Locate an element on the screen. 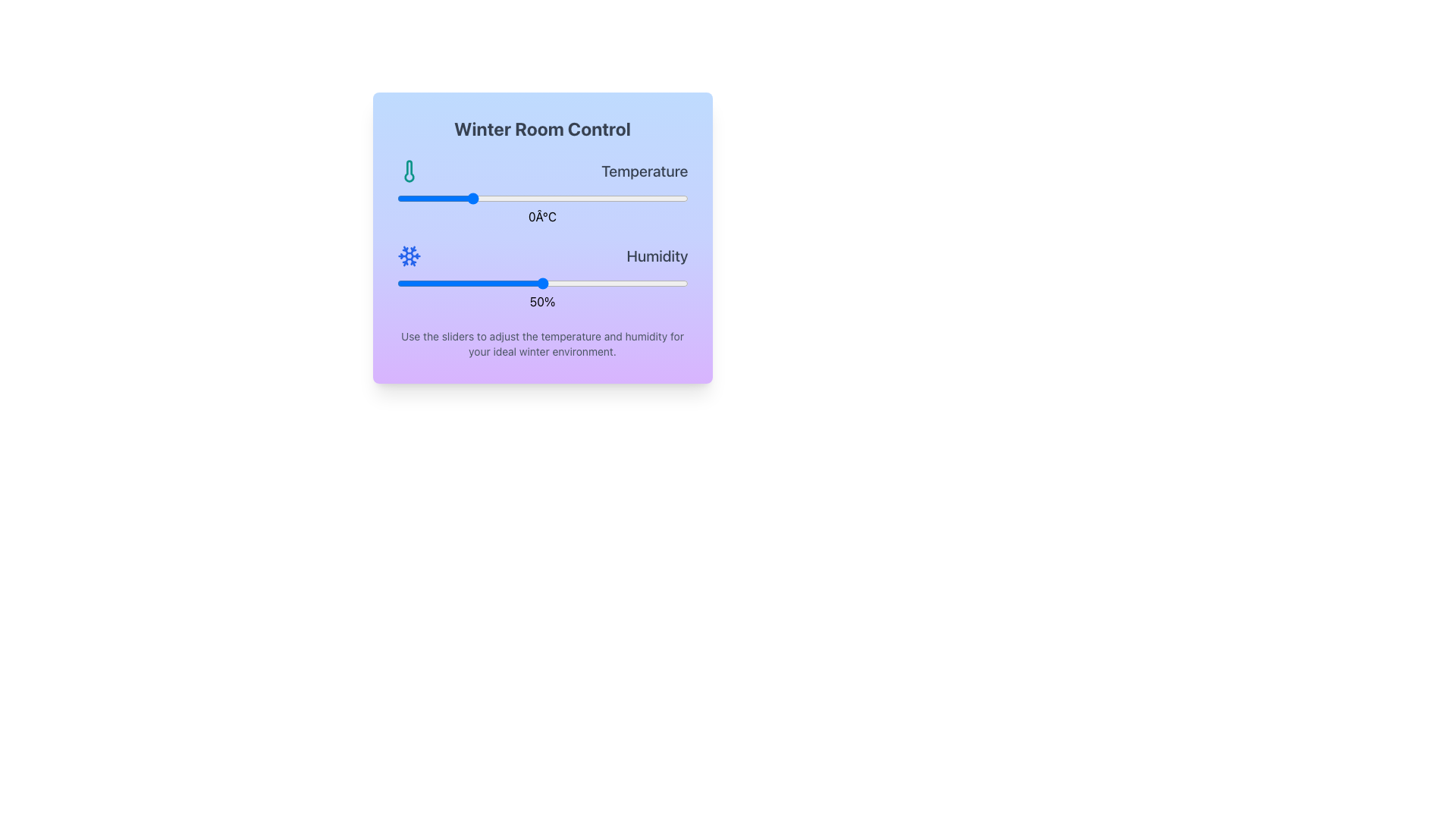 The image size is (1456, 819). humidity level is located at coordinates (483, 284).